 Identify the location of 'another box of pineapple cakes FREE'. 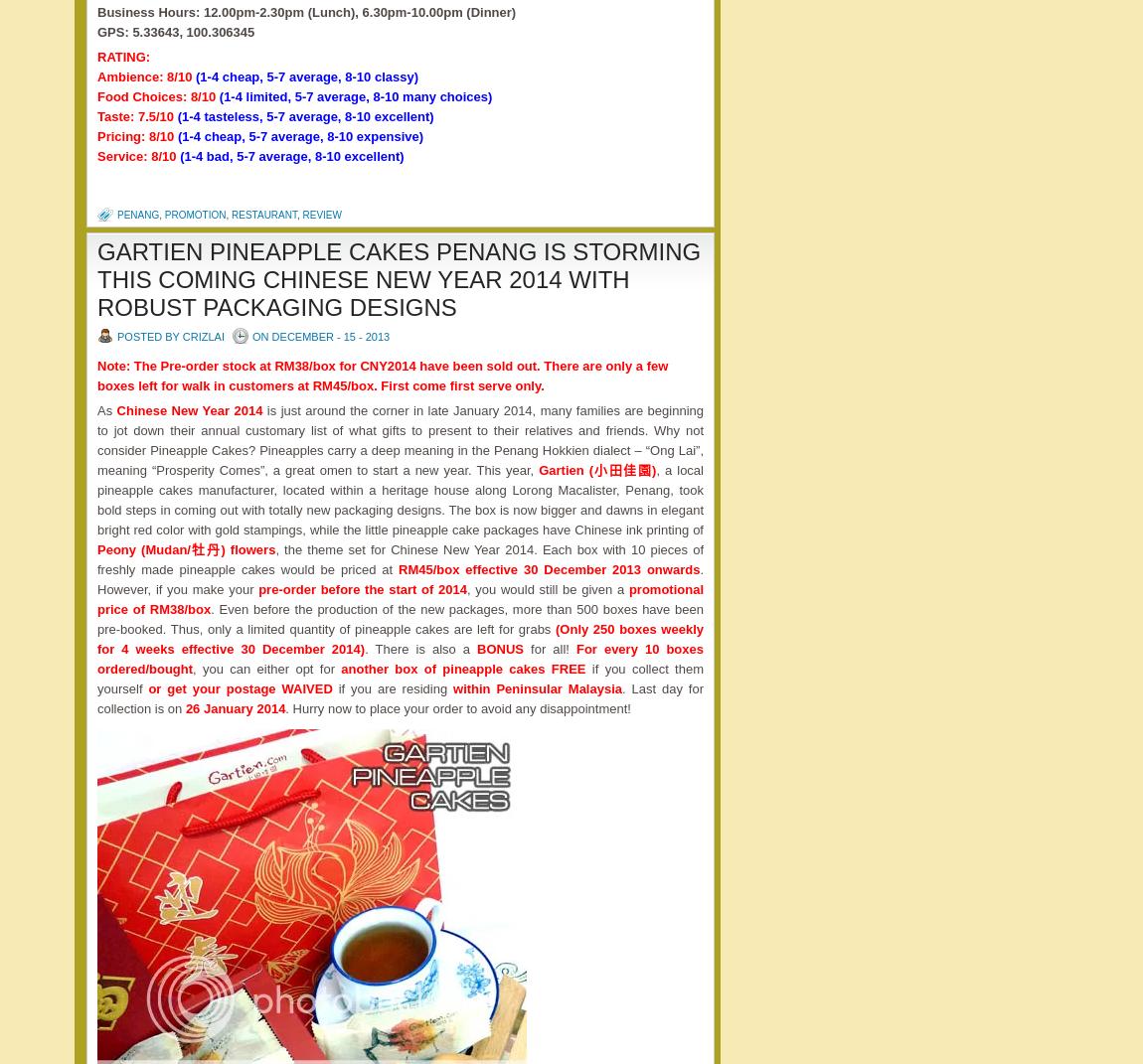
(462, 668).